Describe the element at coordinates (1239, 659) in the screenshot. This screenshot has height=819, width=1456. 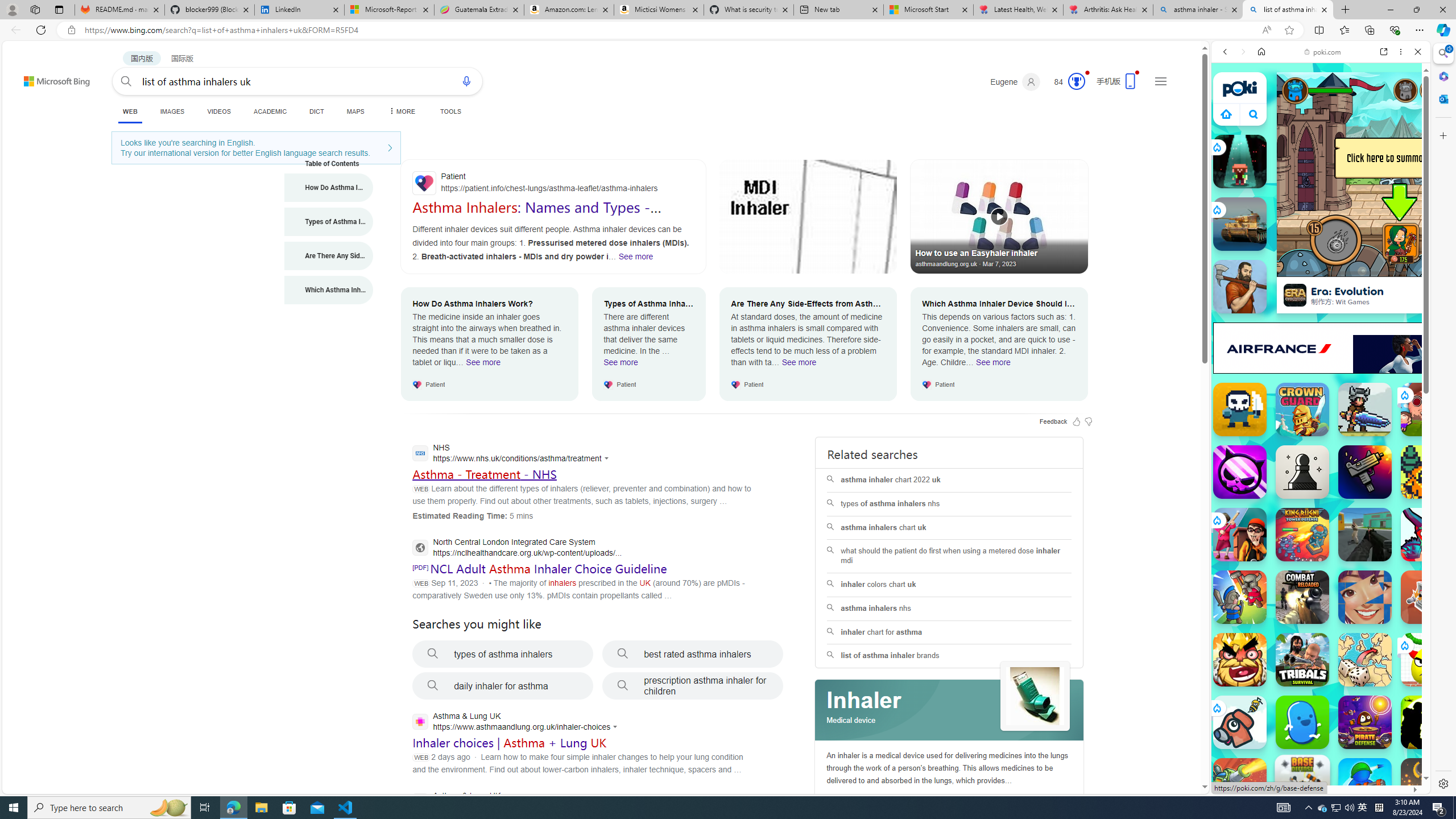
I see `'Like a King'` at that location.